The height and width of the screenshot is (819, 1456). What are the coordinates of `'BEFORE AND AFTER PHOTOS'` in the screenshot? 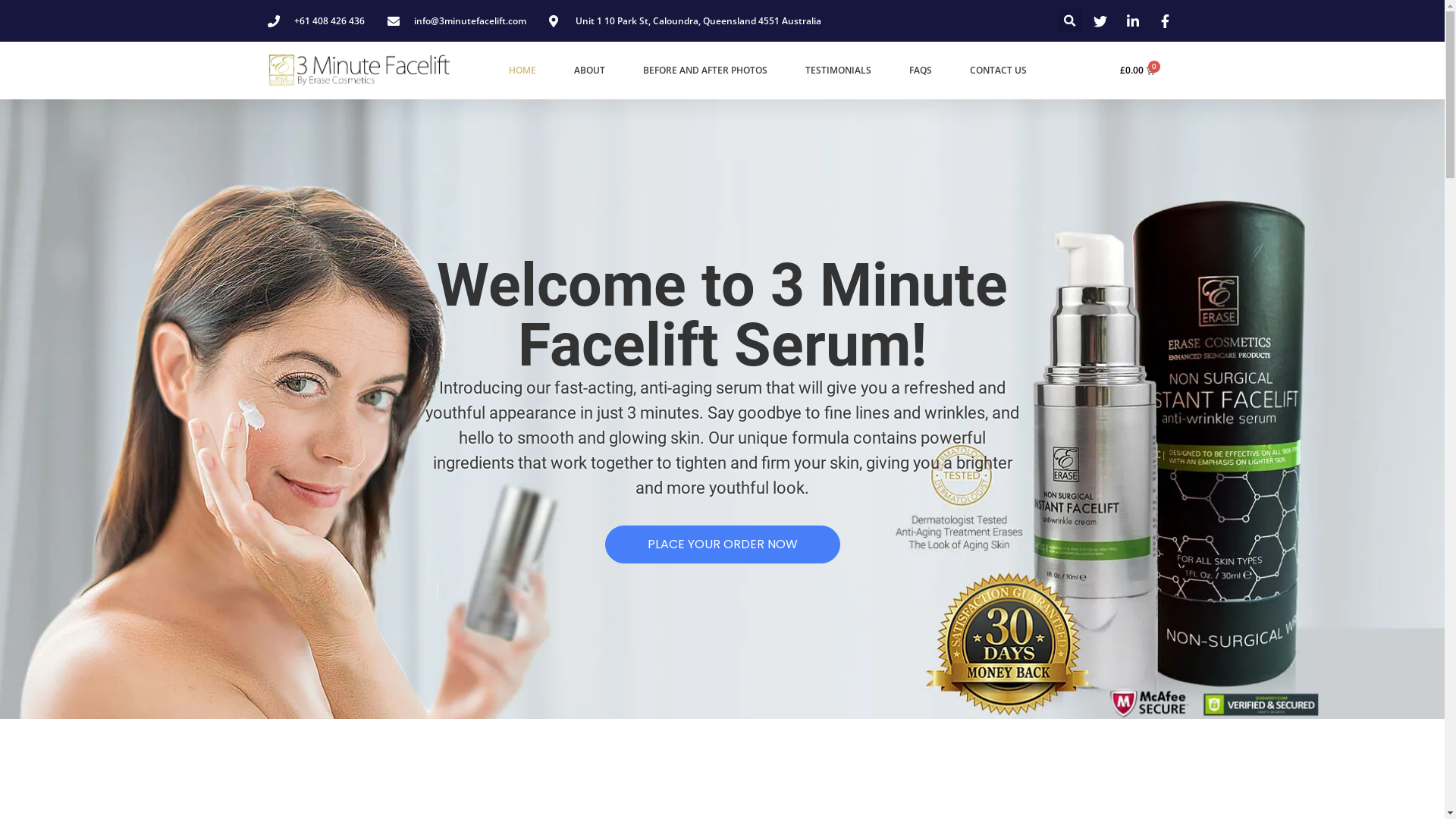 It's located at (704, 70).